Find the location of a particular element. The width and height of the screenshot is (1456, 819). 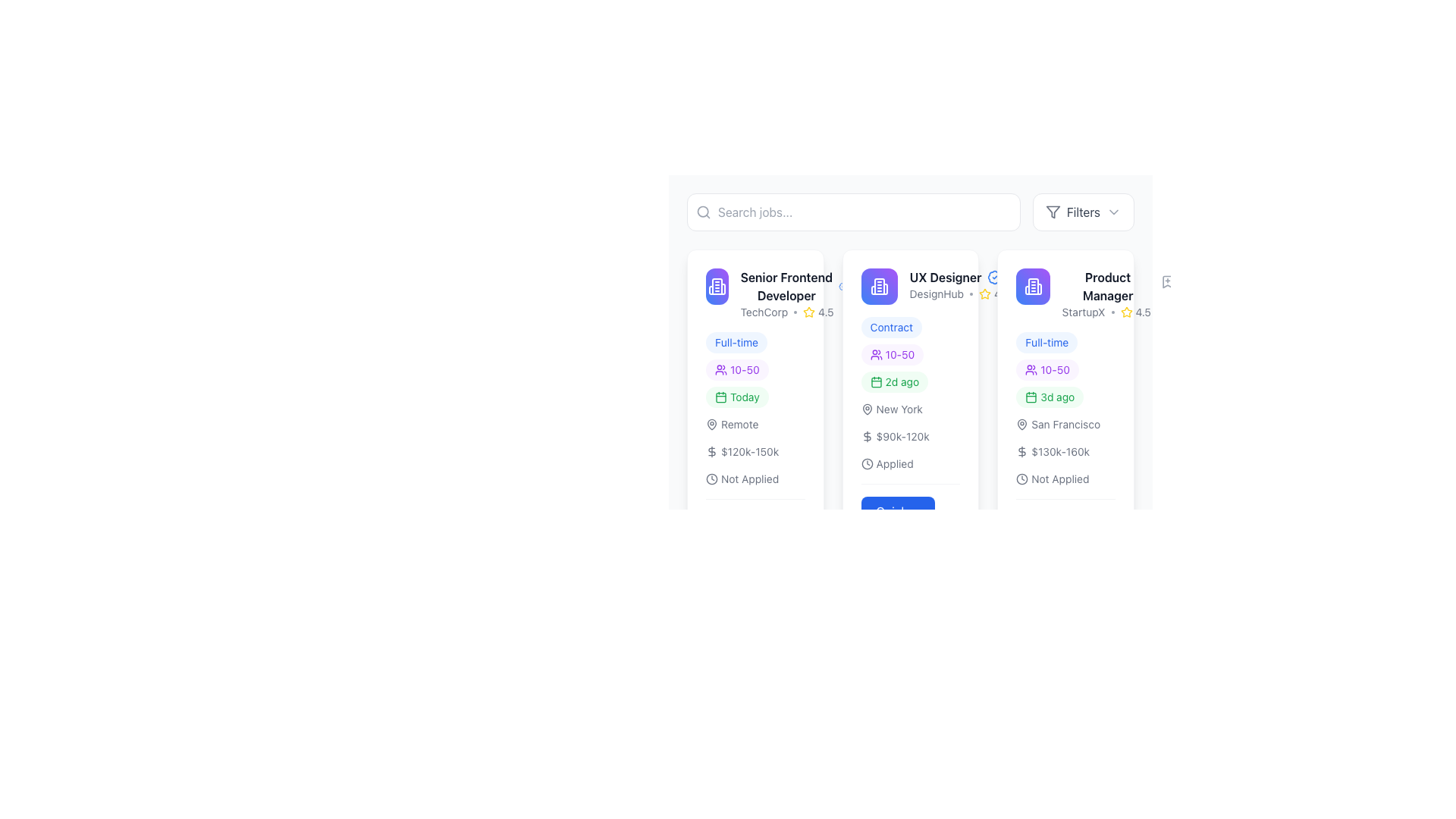

the job title text label located in the first column of job cards, positioned below the business icon is located at coordinates (786, 287).